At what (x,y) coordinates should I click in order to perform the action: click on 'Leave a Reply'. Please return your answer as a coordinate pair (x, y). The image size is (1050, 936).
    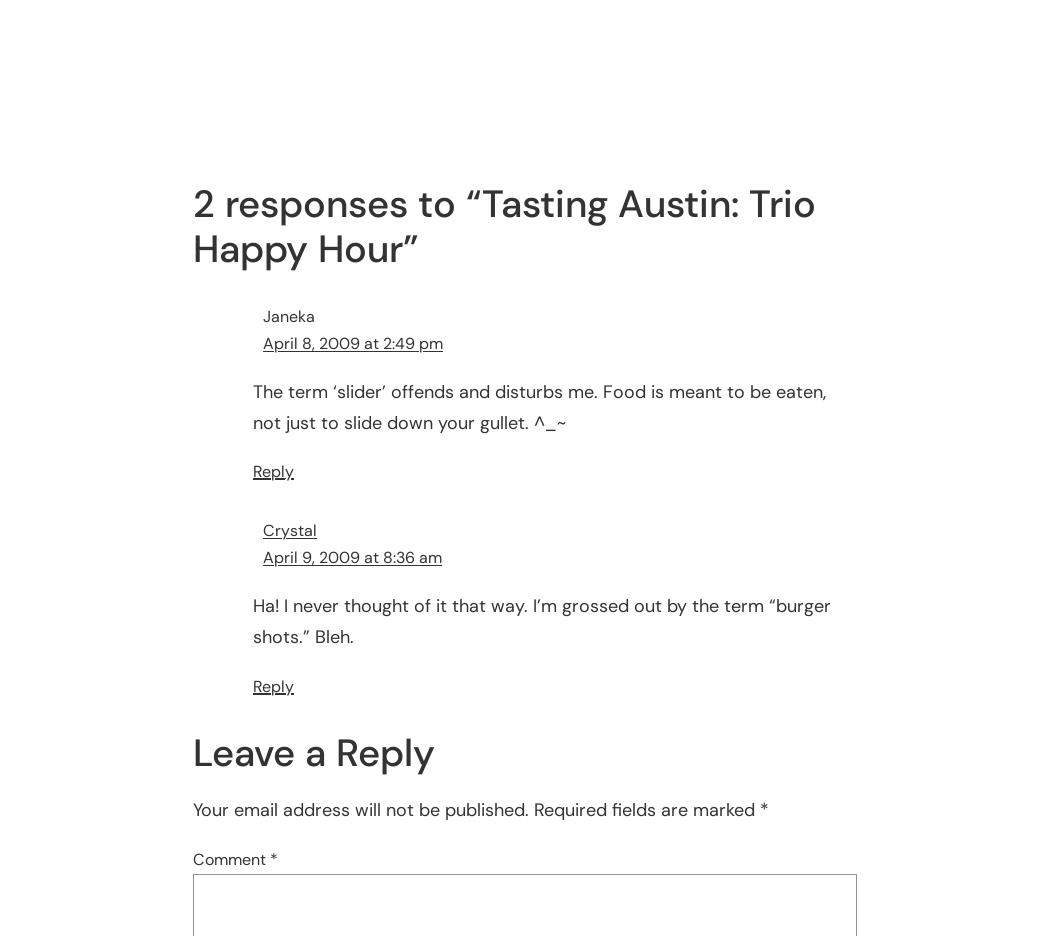
    Looking at the image, I should click on (313, 753).